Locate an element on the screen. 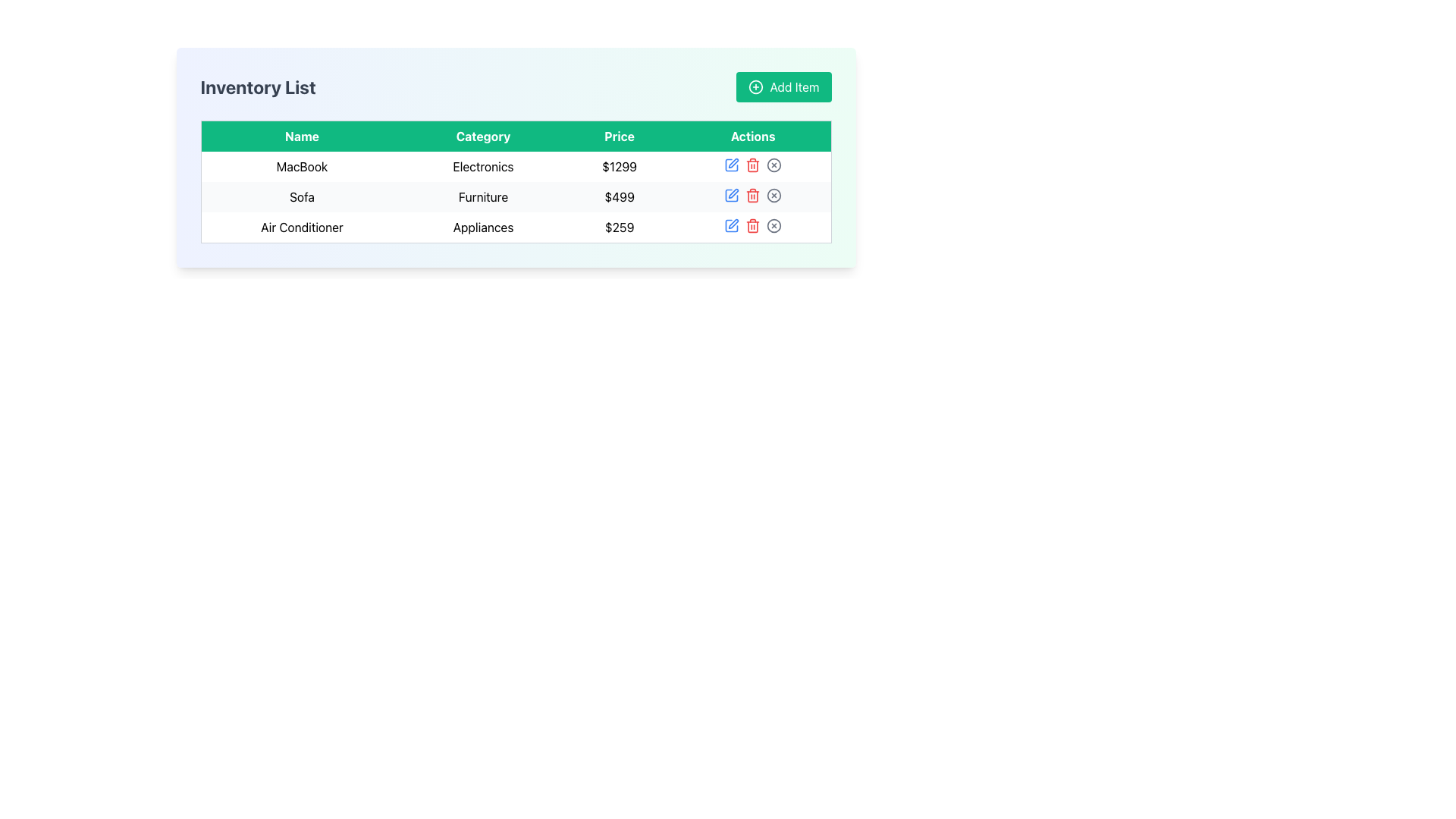  the circular cancel button located in the actions column of the third row (Air Conditioner item) in the inventory table is located at coordinates (774, 225).